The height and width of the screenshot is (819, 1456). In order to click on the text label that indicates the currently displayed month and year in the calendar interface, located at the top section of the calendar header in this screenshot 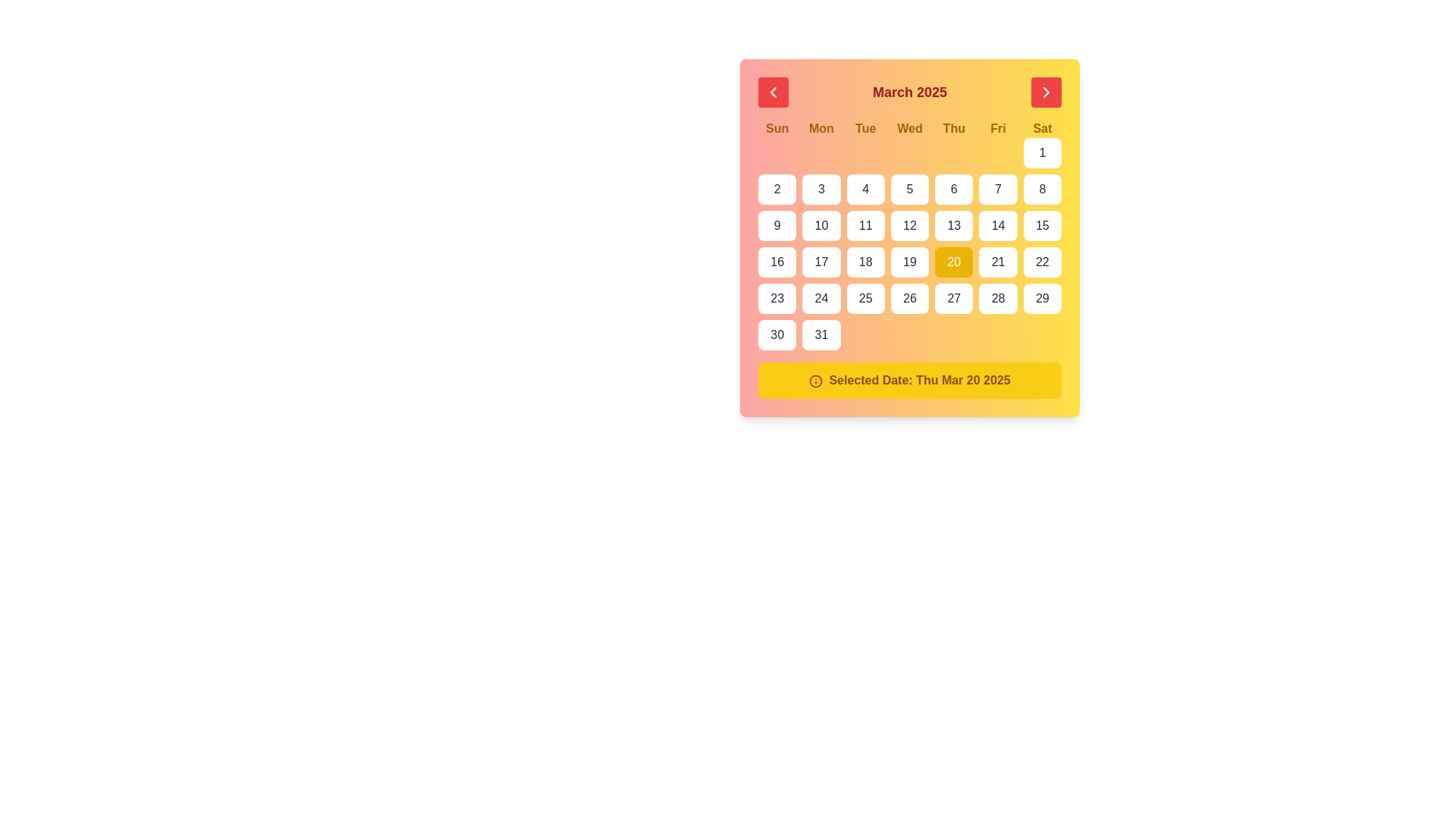, I will do `click(910, 93)`.